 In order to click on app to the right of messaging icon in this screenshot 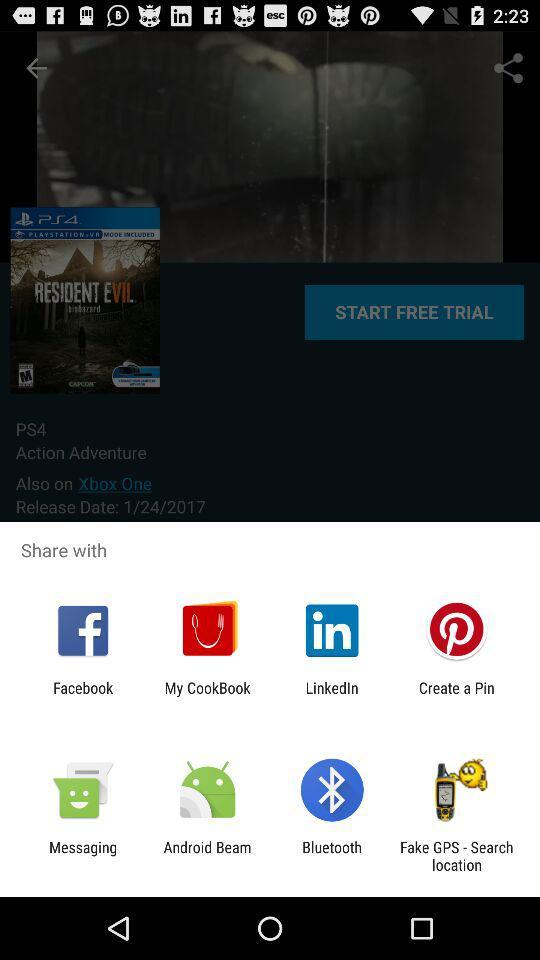, I will do `click(206, 855)`.